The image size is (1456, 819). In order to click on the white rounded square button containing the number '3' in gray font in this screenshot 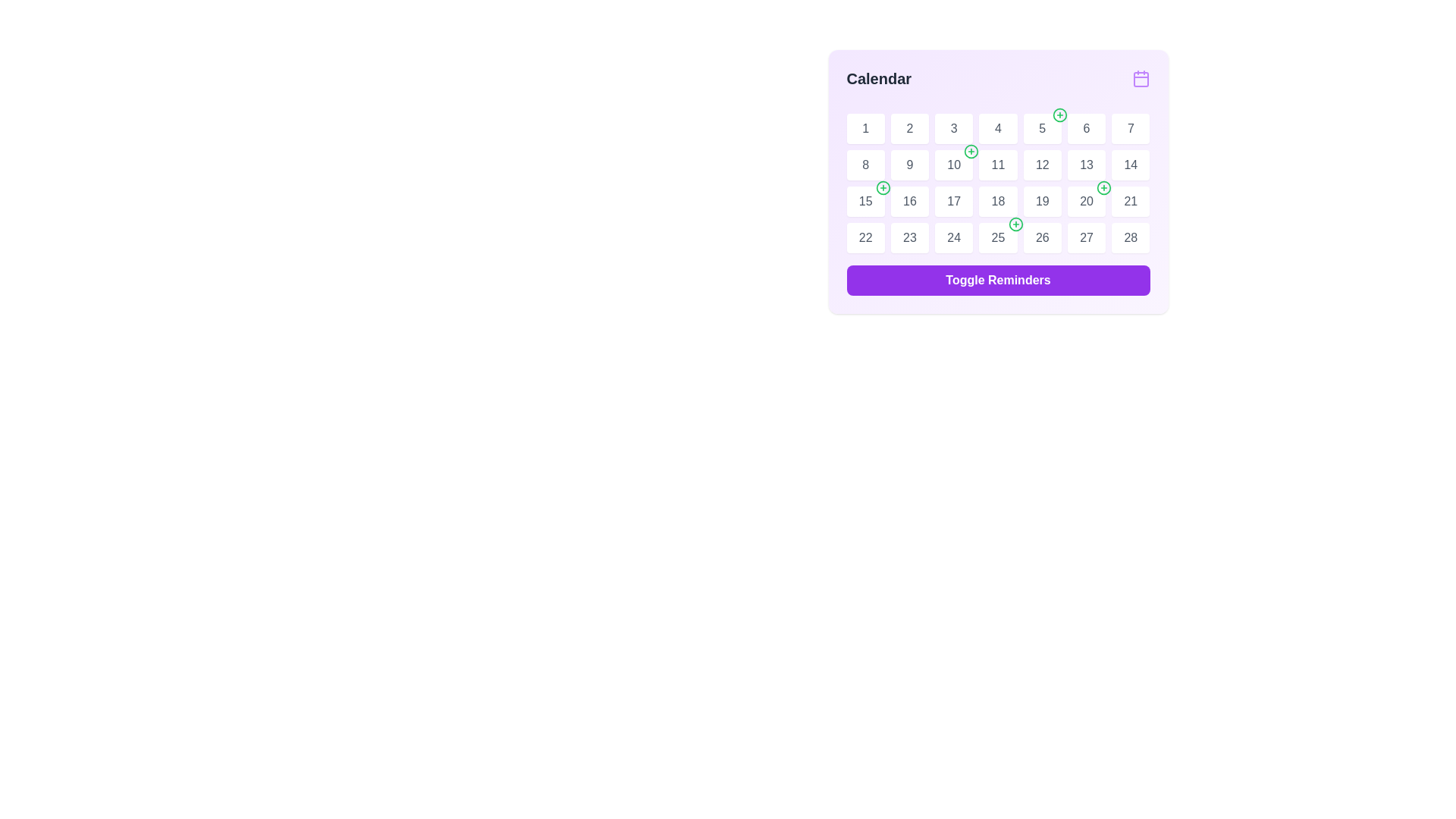, I will do `click(953, 127)`.